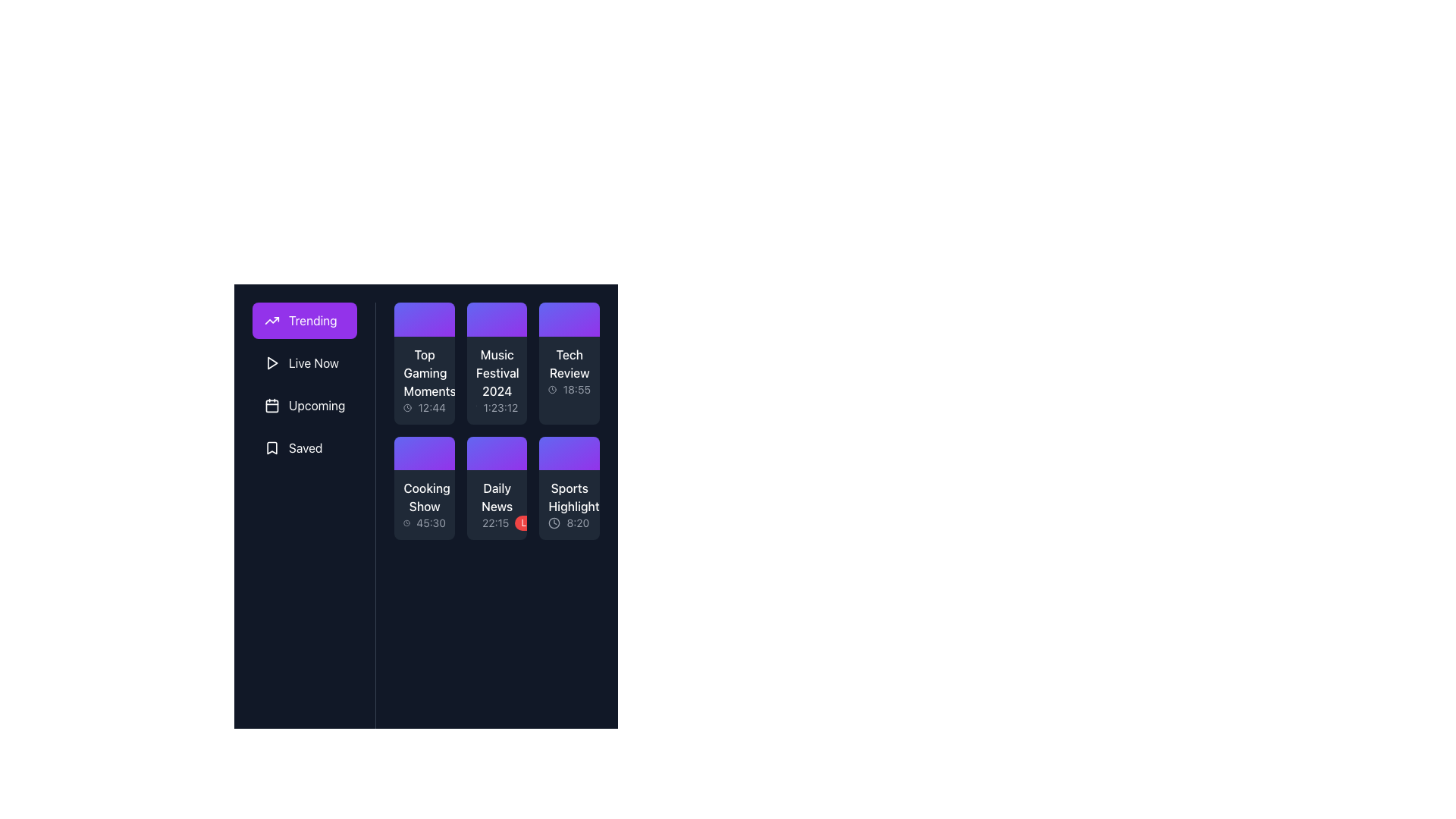 Image resolution: width=1456 pixels, height=819 pixels. Describe the element at coordinates (272, 362) in the screenshot. I see `the triangular play icon with a white outline located to the left of the 'Live Now' label` at that location.